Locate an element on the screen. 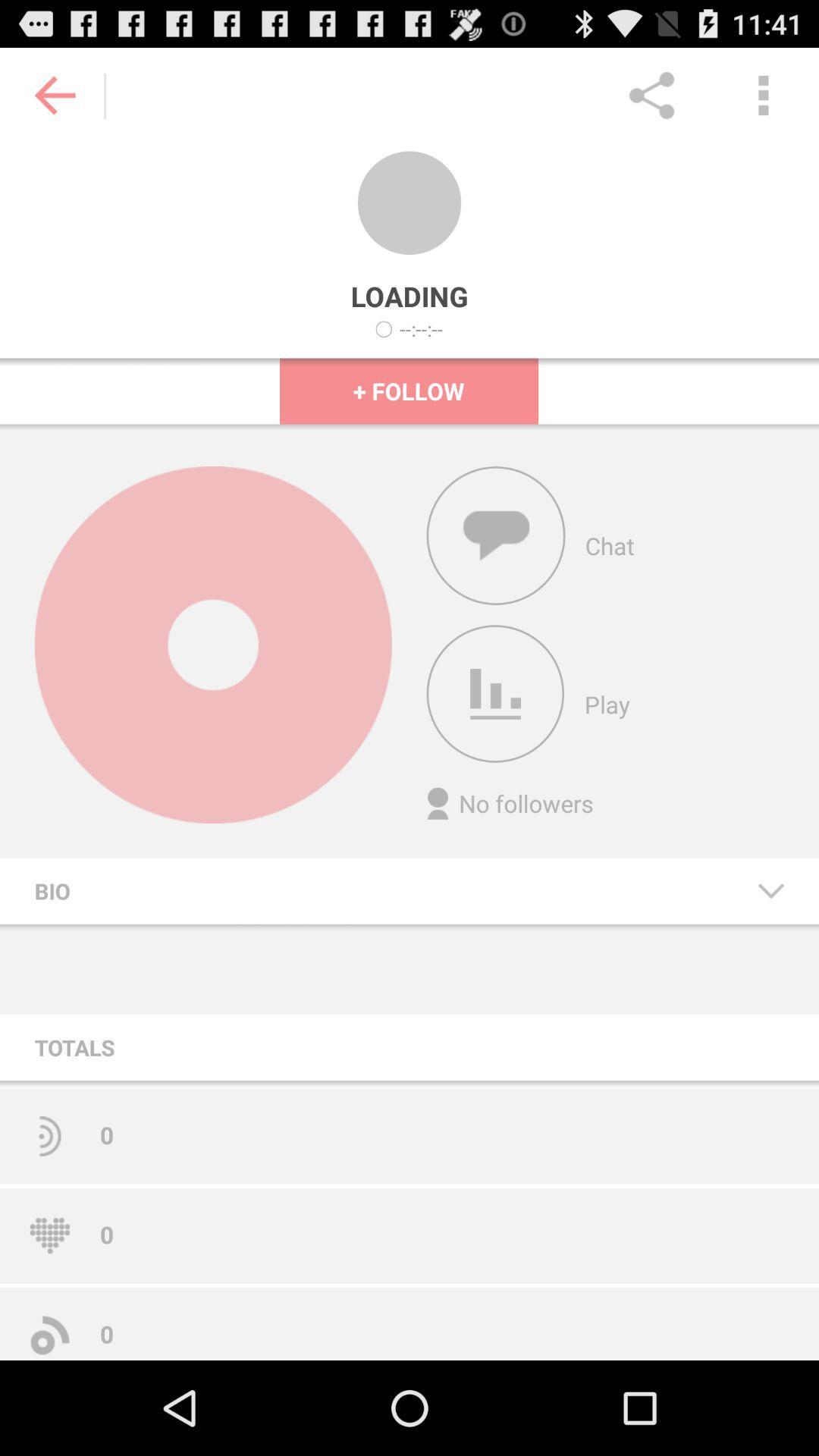 The width and height of the screenshot is (819, 1456). the icon to the left of the play app is located at coordinates (495, 693).